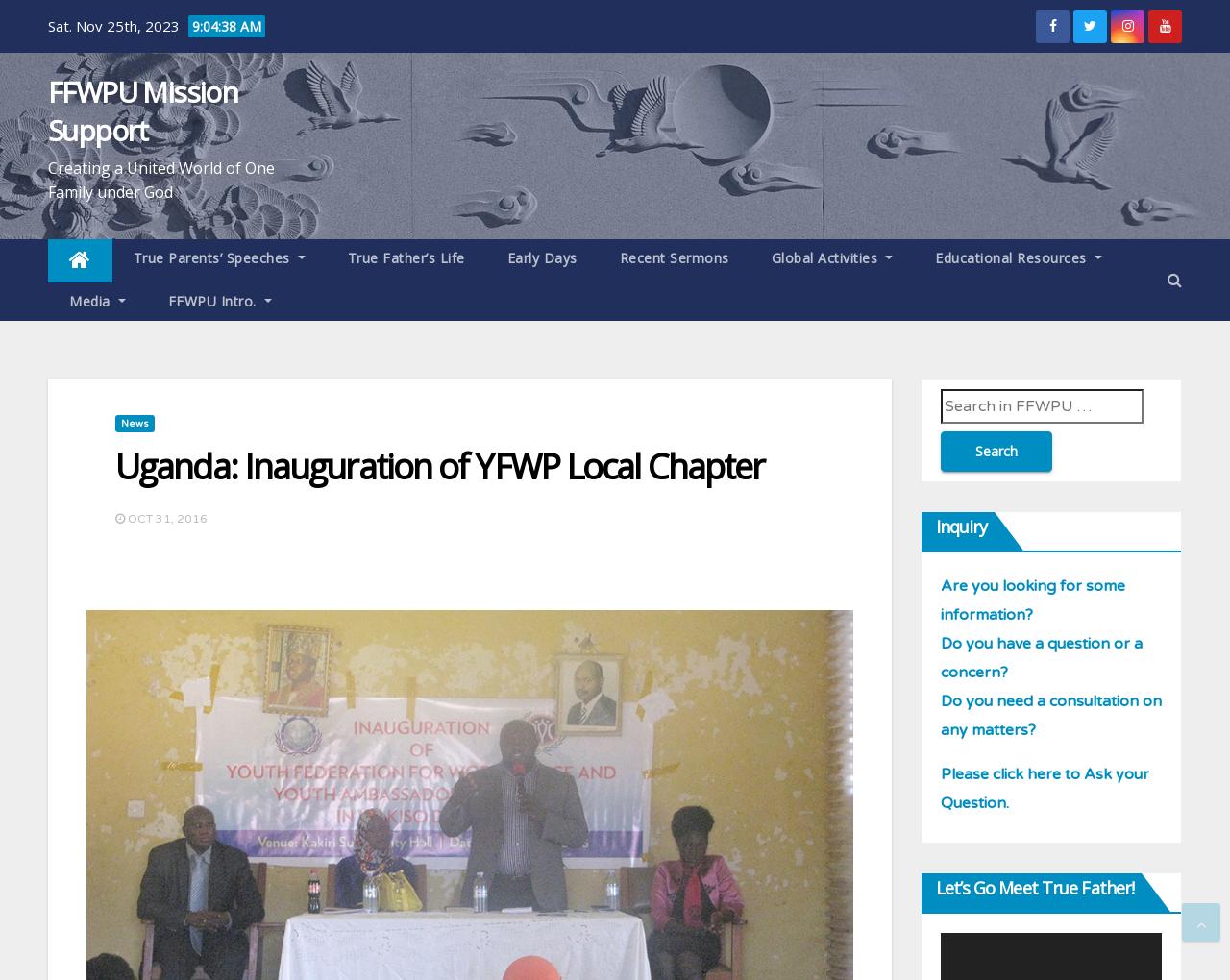  Describe the element at coordinates (1033, 888) in the screenshot. I see `'Let’s go meet True Father!'` at that location.